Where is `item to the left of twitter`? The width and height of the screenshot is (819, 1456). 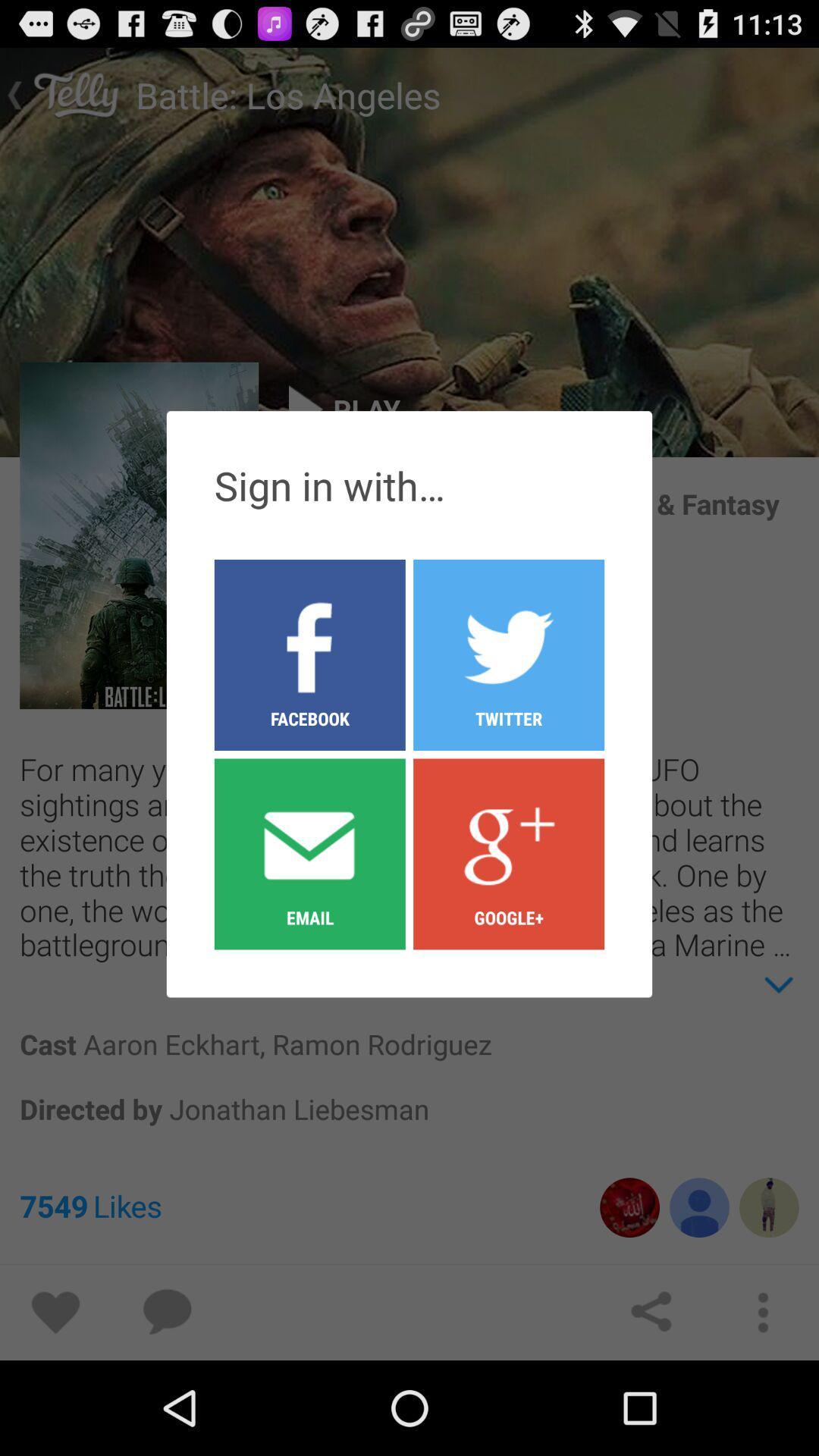
item to the left of twitter is located at coordinates (309, 654).